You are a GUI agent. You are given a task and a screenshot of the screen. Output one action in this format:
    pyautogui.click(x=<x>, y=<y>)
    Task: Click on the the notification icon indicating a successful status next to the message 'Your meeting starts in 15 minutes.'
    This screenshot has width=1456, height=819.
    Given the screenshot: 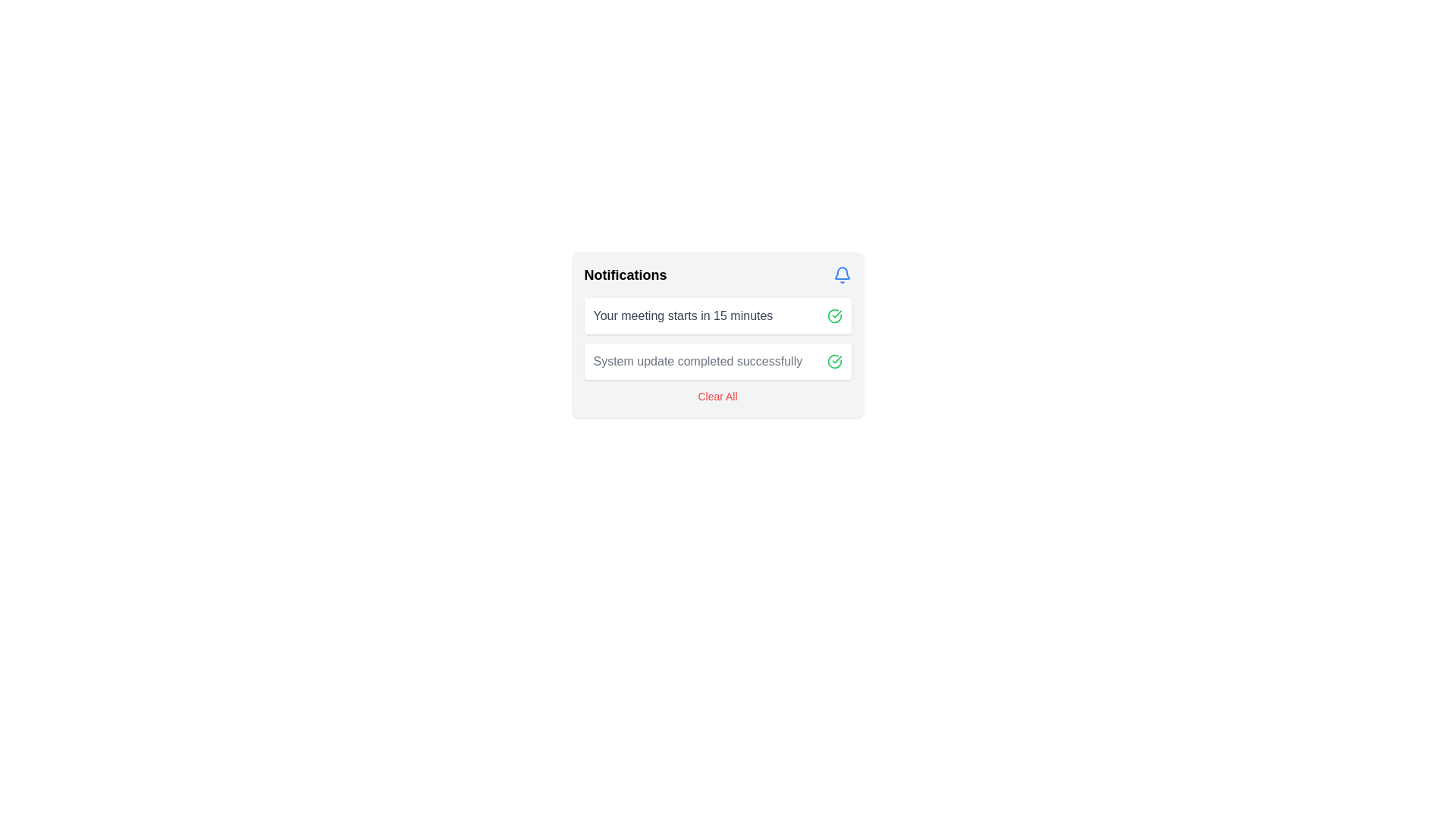 What is the action you would take?
    pyautogui.click(x=833, y=362)
    